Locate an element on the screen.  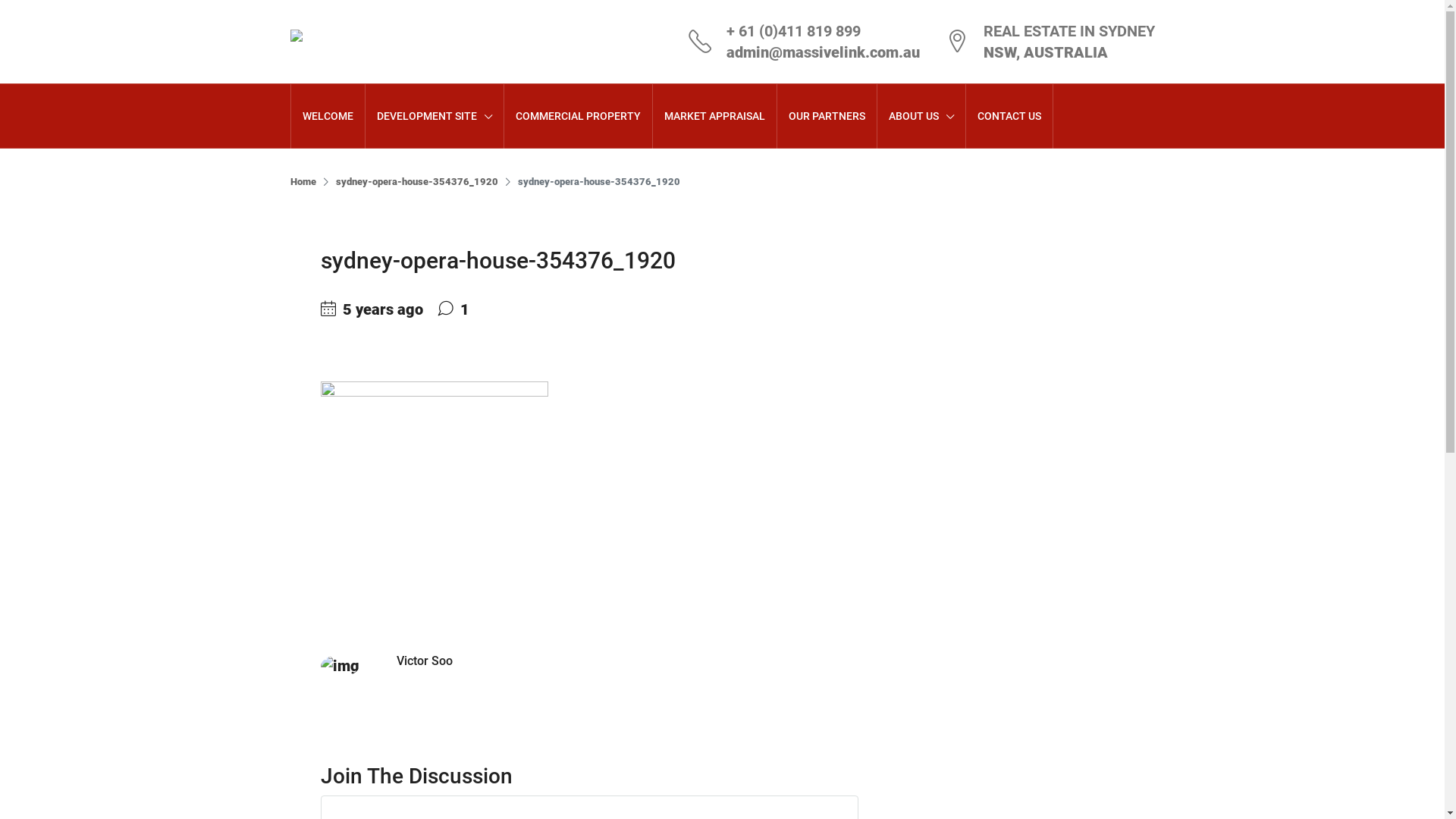
'Home' is located at coordinates (302, 180).